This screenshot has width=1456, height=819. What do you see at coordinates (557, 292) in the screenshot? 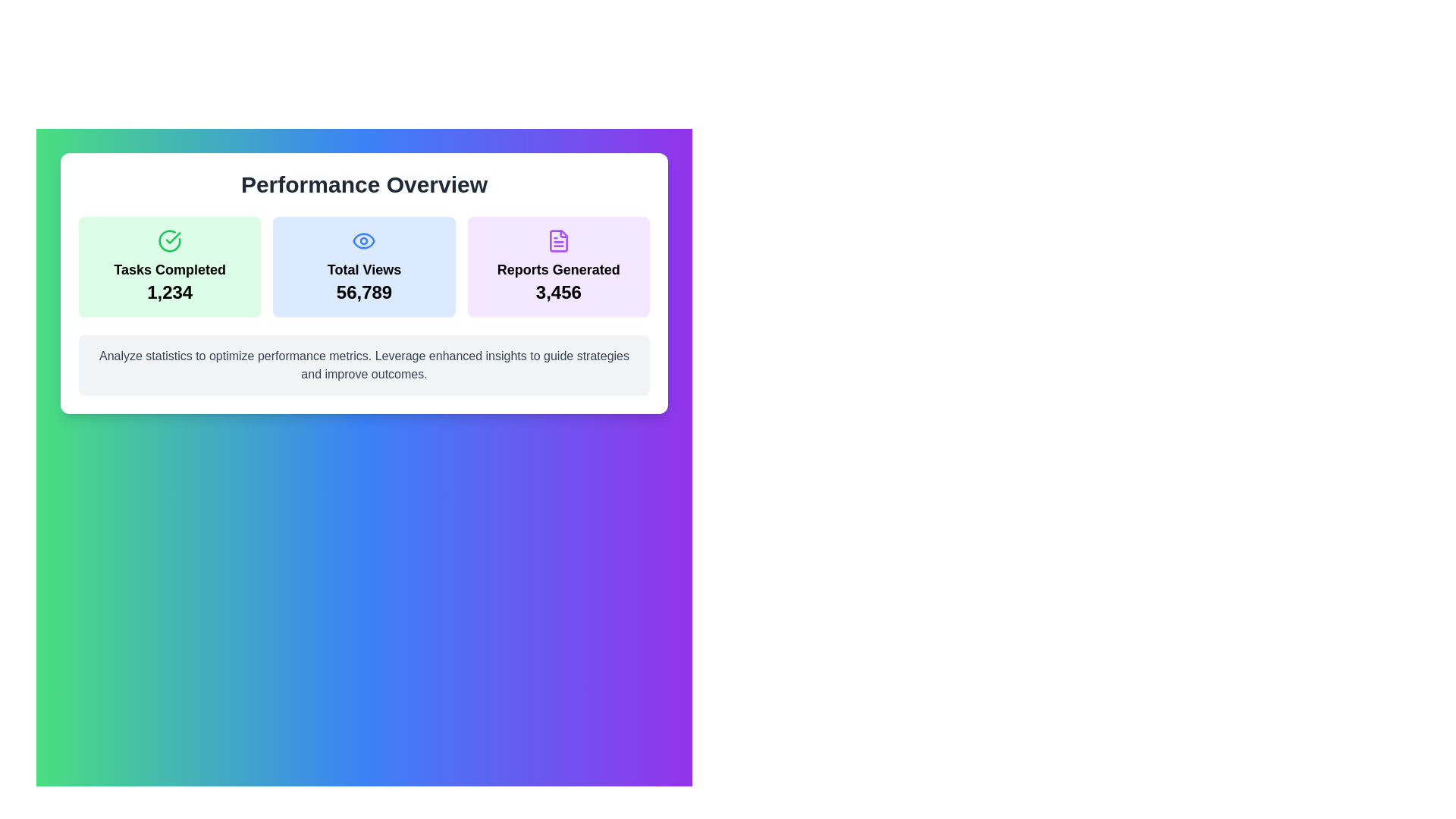
I see `the displayed value of the text label indicating the total number of reports generated, which is centrally located in the rightmost card of a three-card layout, underneath the text 'Reports Generated'` at bounding box center [557, 292].